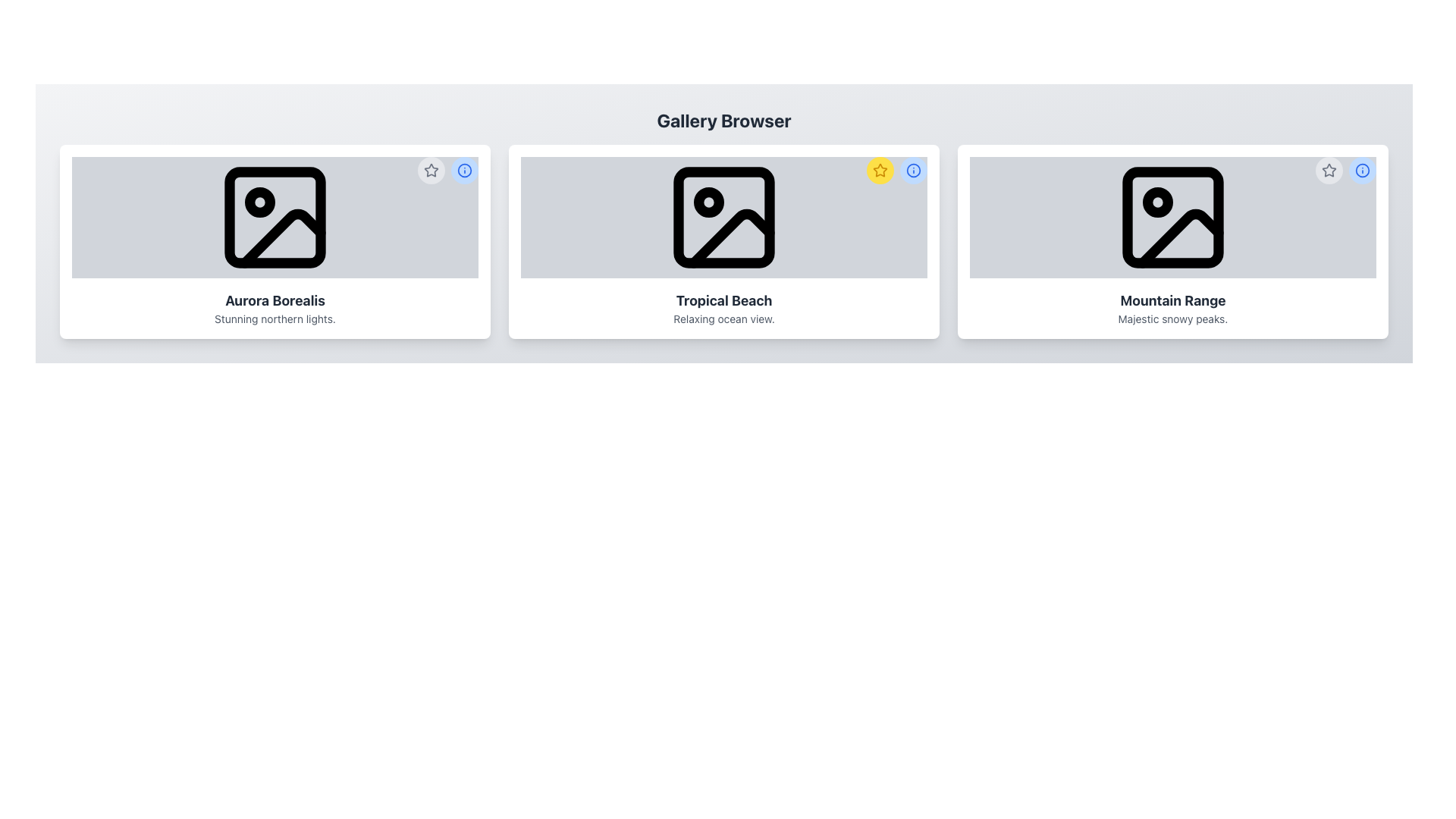  Describe the element at coordinates (912, 170) in the screenshot. I see `the interactive circular icon with a light blue background and an information symbol inside, located at the top-right corner of the 'Tropical Beach' card` at that location.